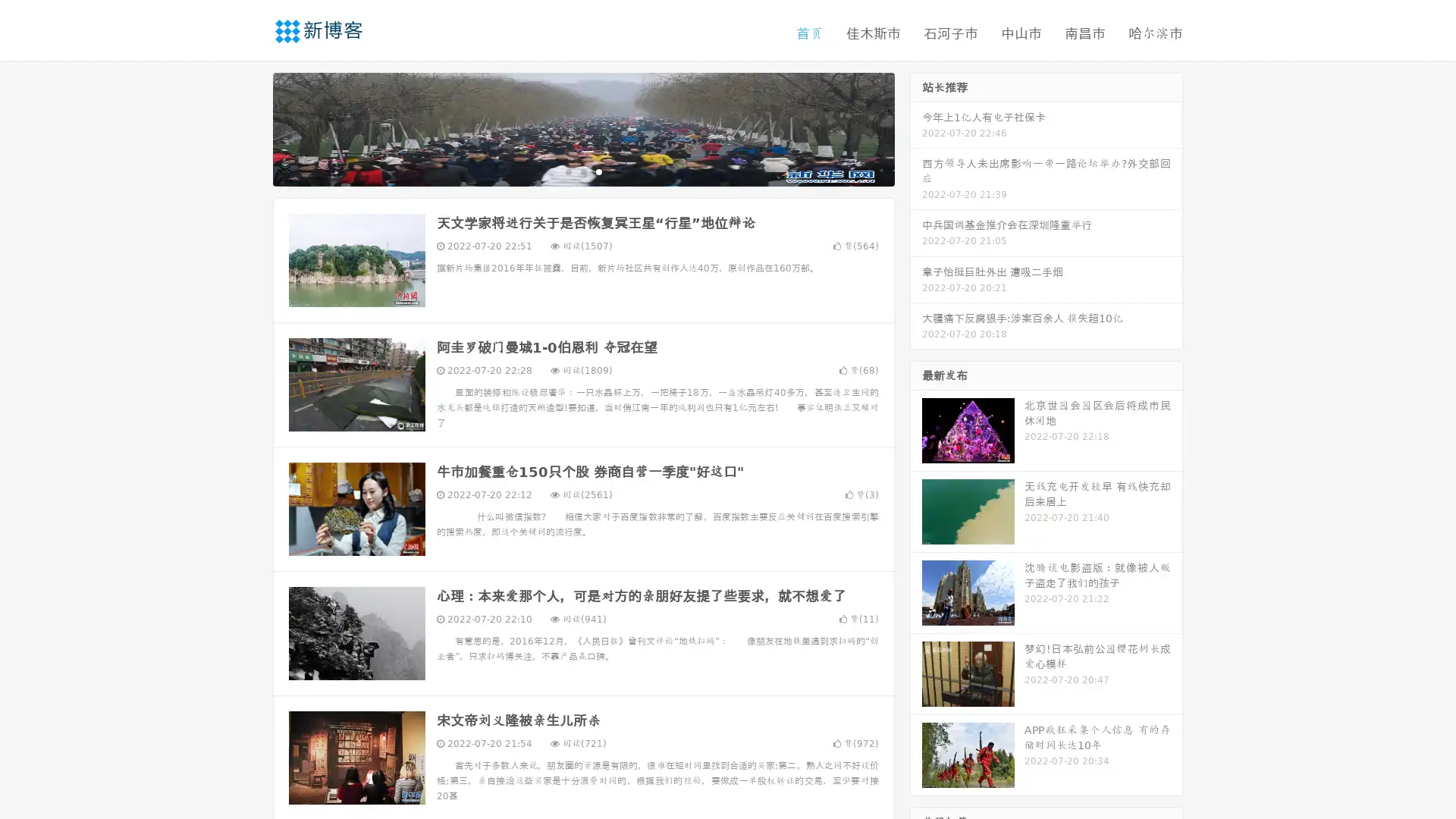  What do you see at coordinates (250, 127) in the screenshot?
I see `Previous slide` at bounding box center [250, 127].